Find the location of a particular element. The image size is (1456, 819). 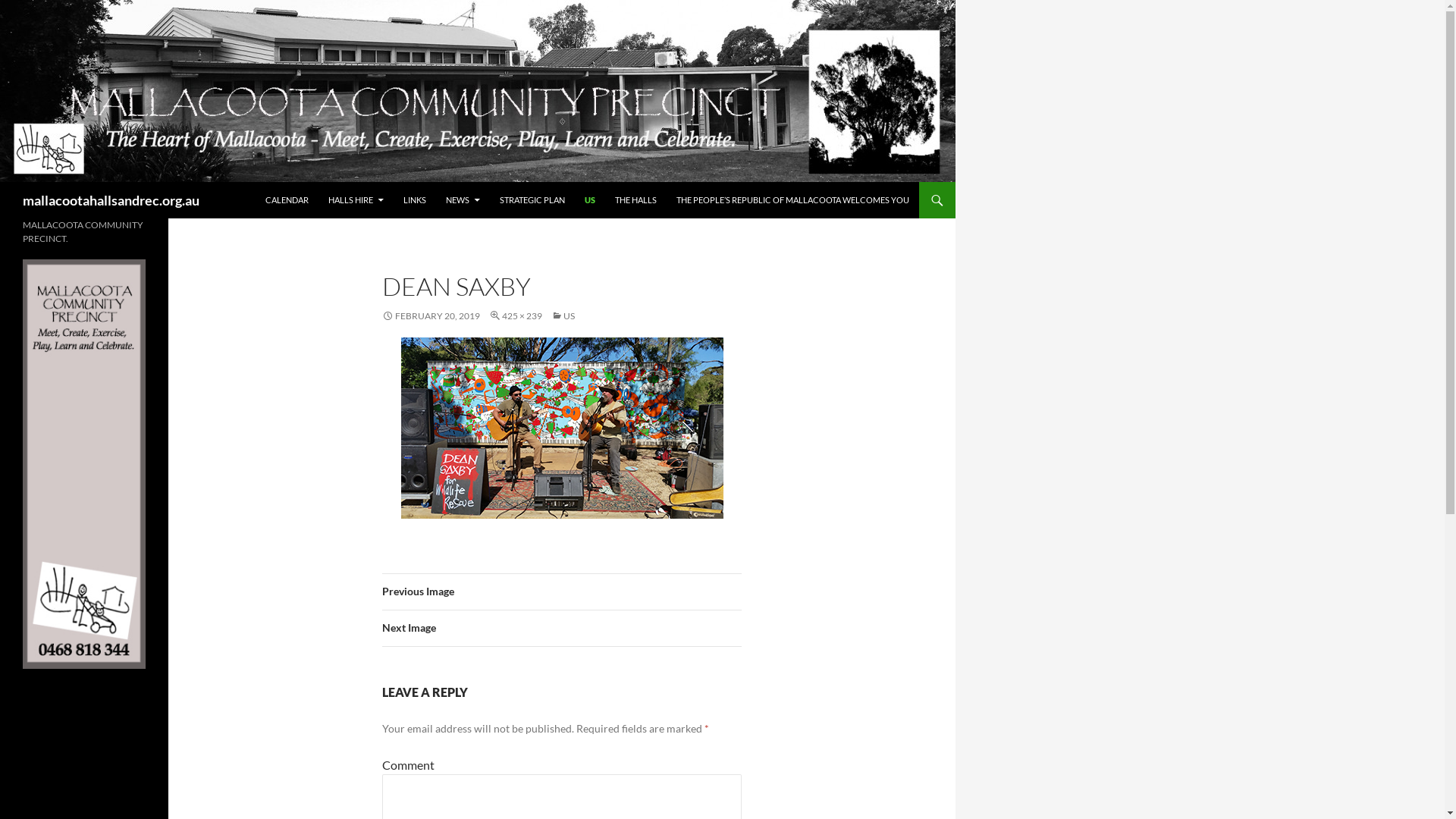

'HALLS HIRE' is located at coordinates (318, 199).